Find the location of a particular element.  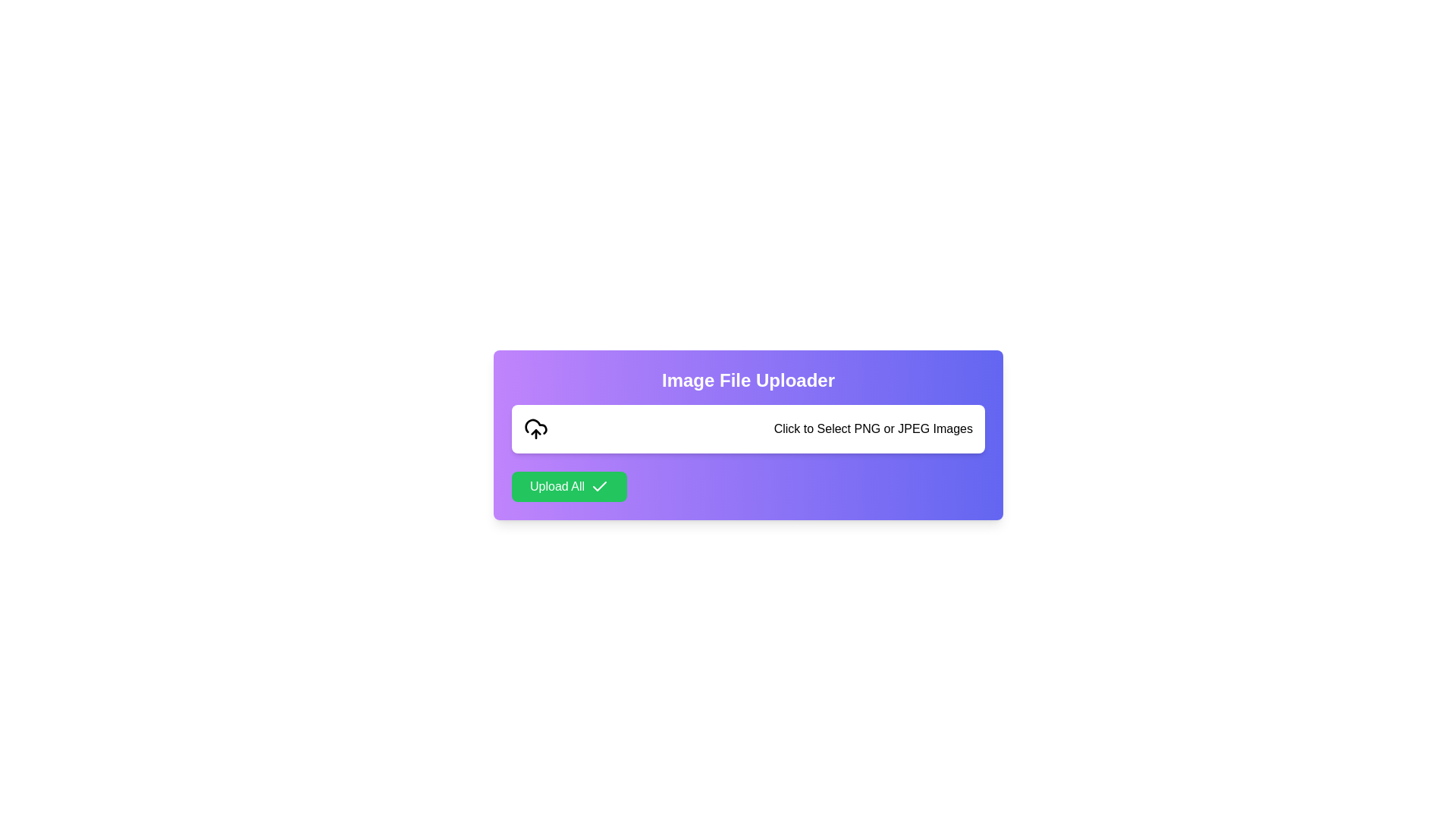

the checkmark icon located on the right side of the green 'Upload All' button at the bottom left of the gradient card titled 'Image File Uploader' is located at coordinates (599, 486).